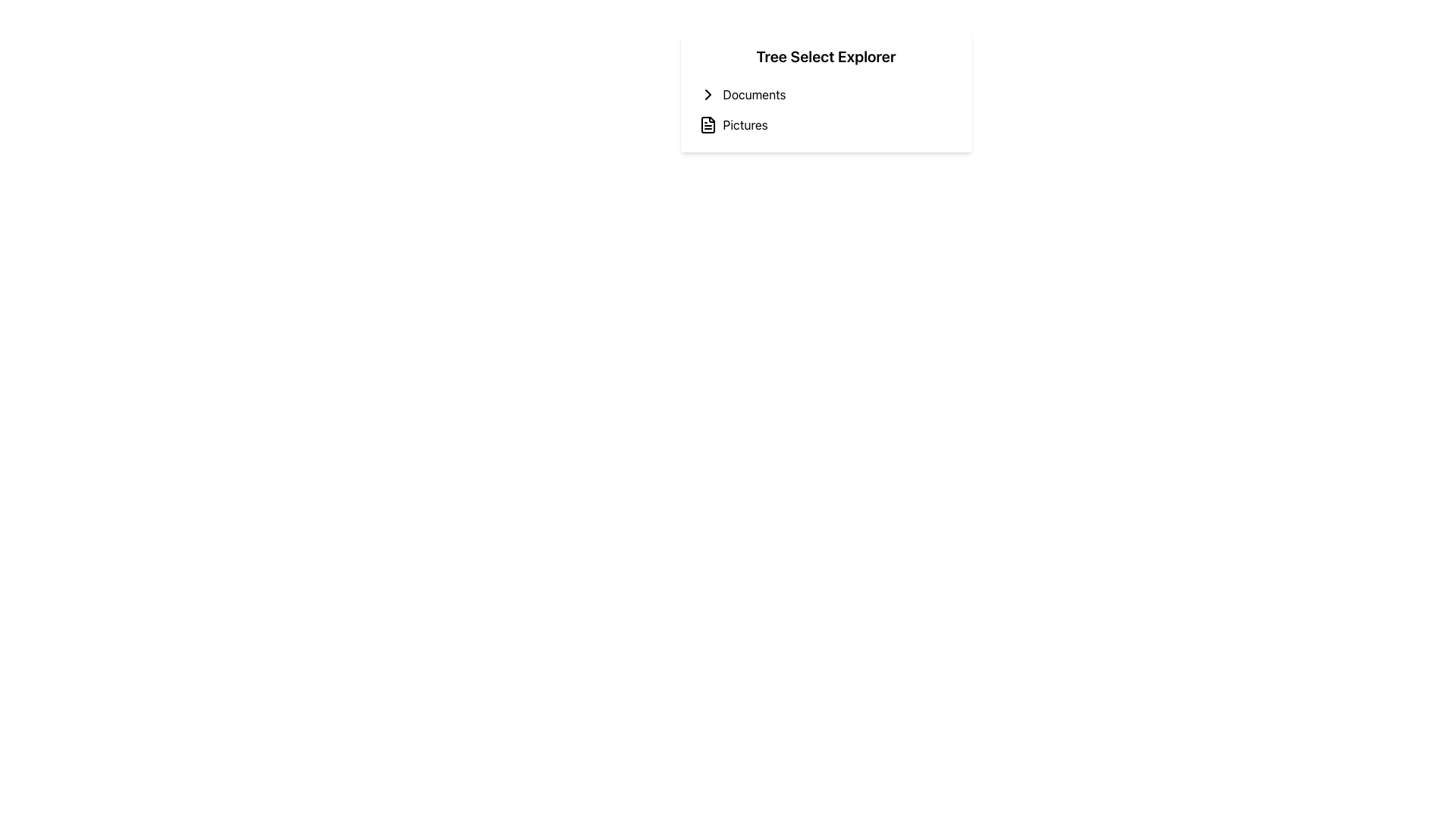 This screenshot has height=819, width=1456. I want to click on the text 'Documents' in the tree navigation structure, so click(754, 94).